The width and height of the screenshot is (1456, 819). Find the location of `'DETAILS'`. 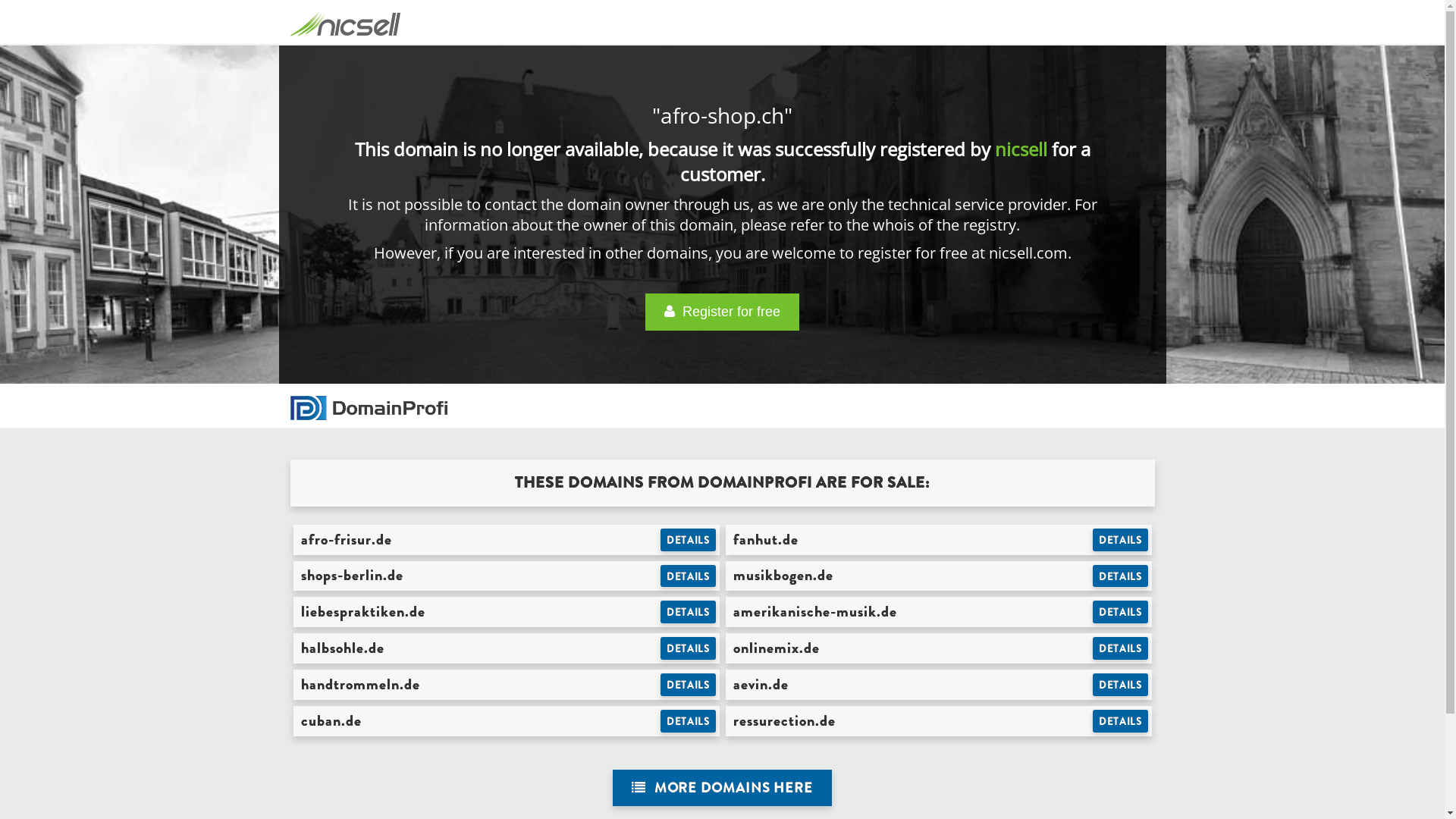

'DETAILS' is located at coordinates (687, 720).